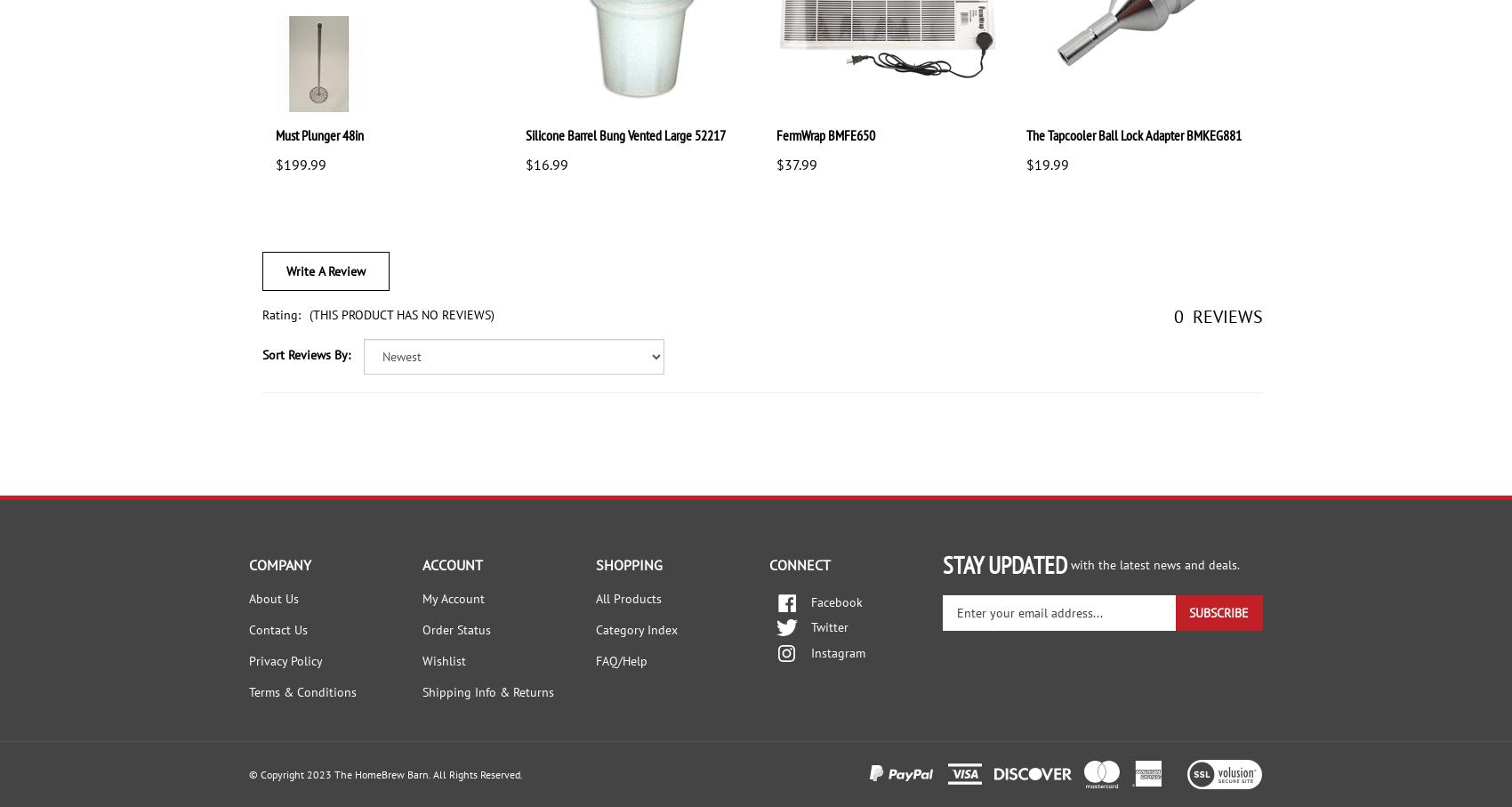 This screenshot has width=1512, height=807. What do you see at coordinates (1131, 134) in the screenshot?
I see `'The Tapcooler Ball Lock Adapter BMKEG881'` at bounding box center [1131, 134].